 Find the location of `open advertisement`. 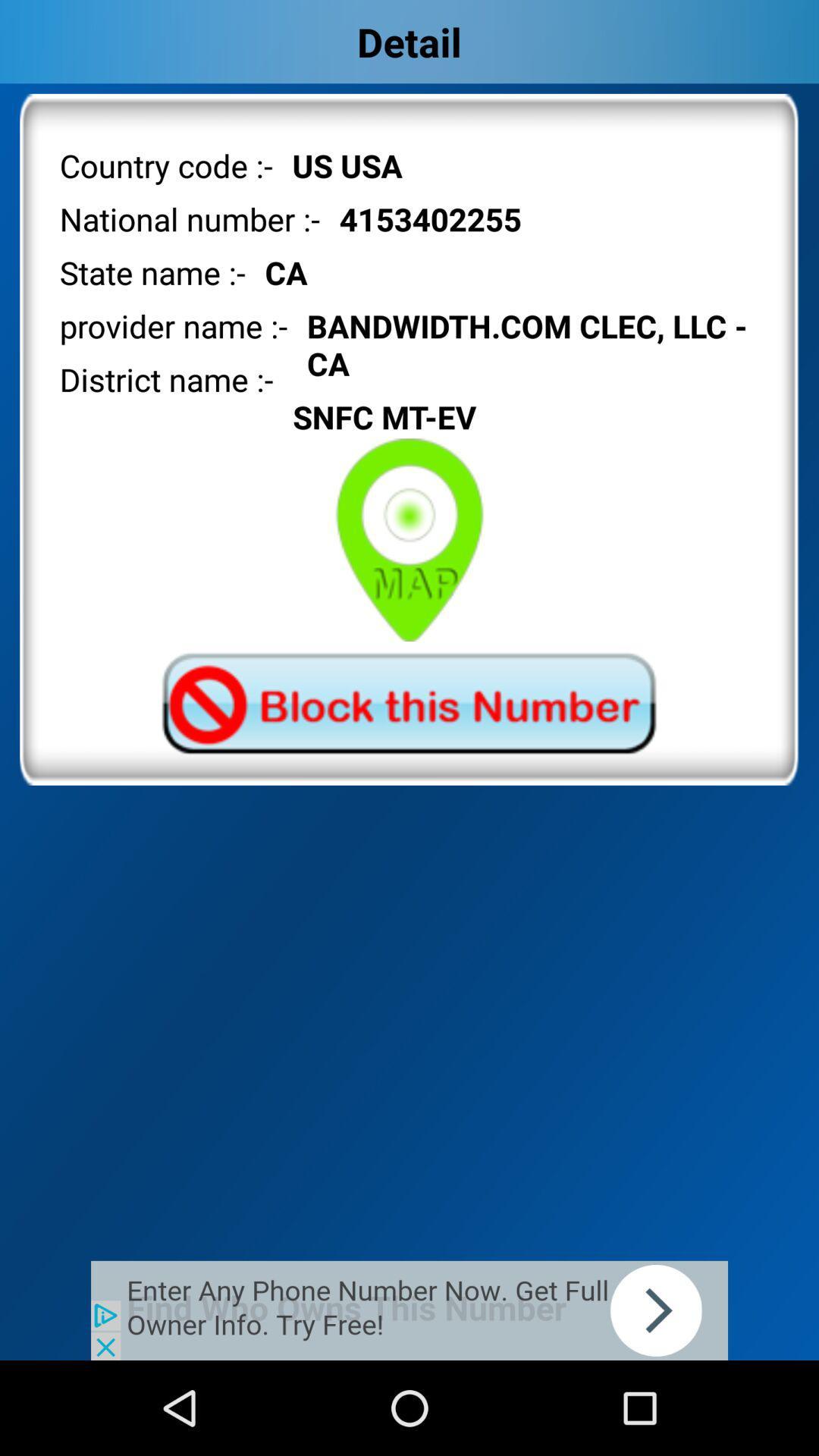

open advertisement is located at coordinates (409, 1310).